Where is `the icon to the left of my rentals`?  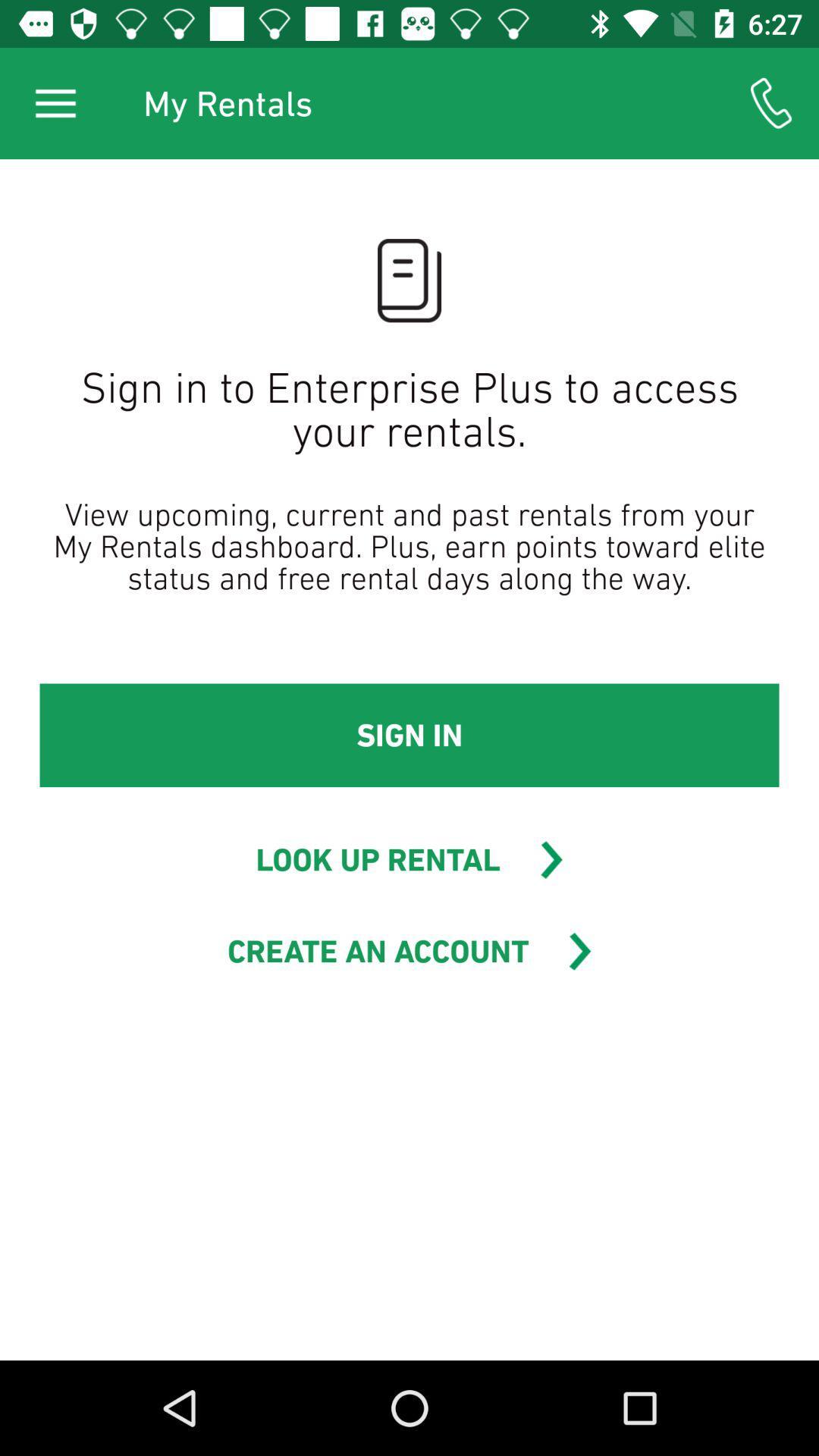
the icon to the left of my rentals is located at coordinates (55, 102).